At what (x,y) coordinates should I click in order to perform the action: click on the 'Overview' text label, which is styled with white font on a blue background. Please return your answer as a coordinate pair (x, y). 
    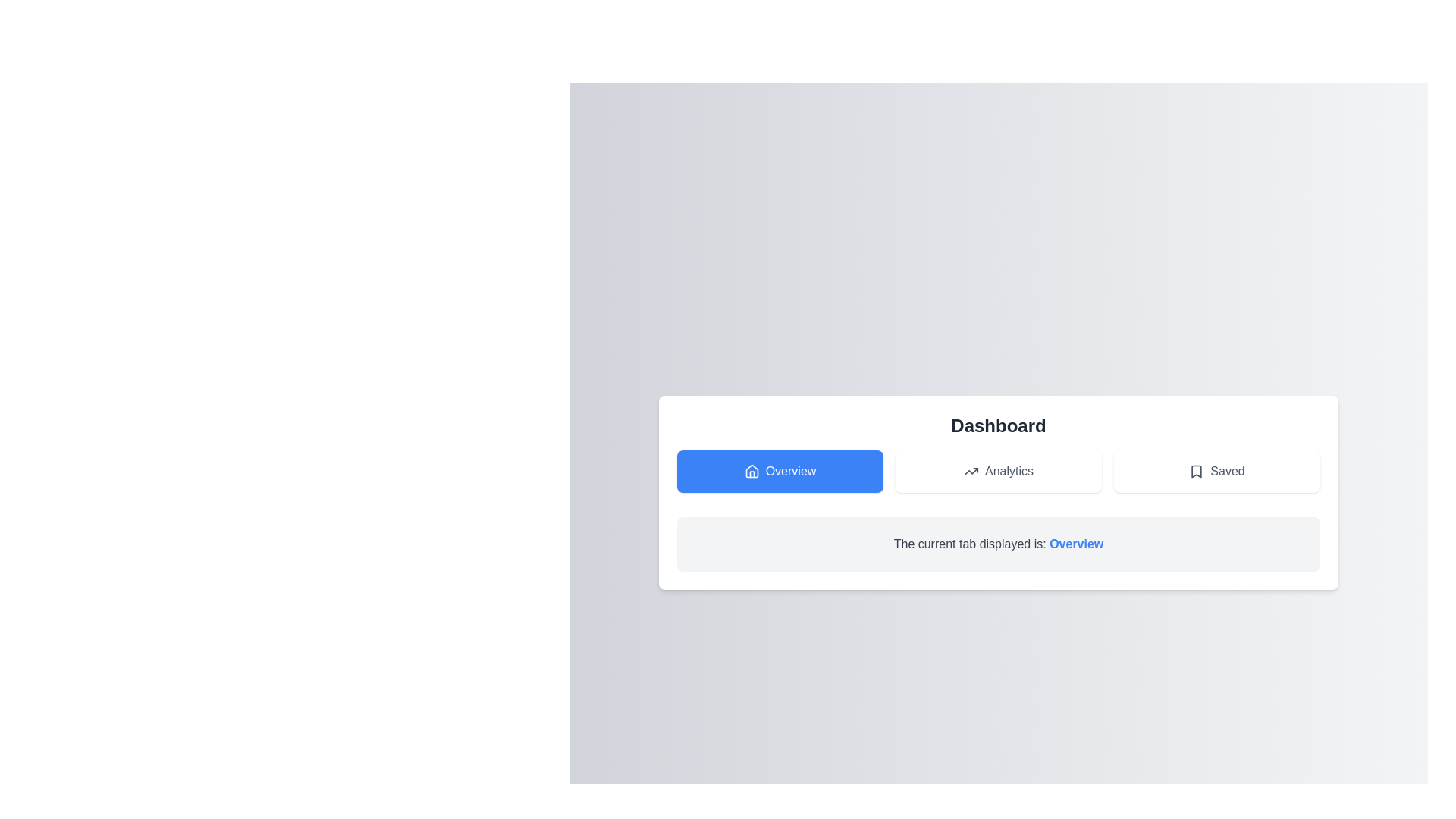
    Looking at the image, I should click on (789, 470).